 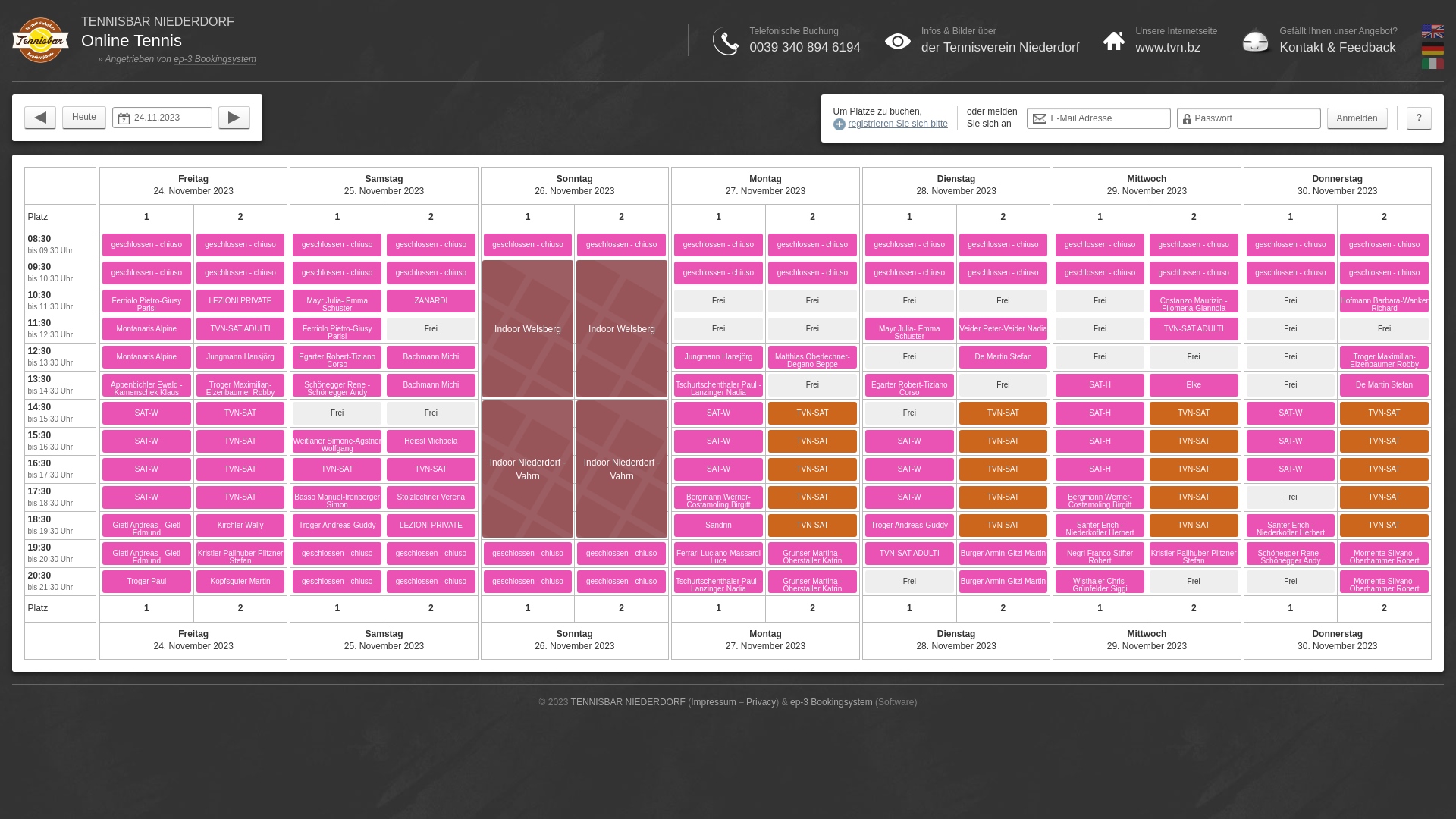 What do you see at coordinates (240, 581) in the screenshot?
I see `'Kopfsguter Martin'` at bounding box center [240, 581].